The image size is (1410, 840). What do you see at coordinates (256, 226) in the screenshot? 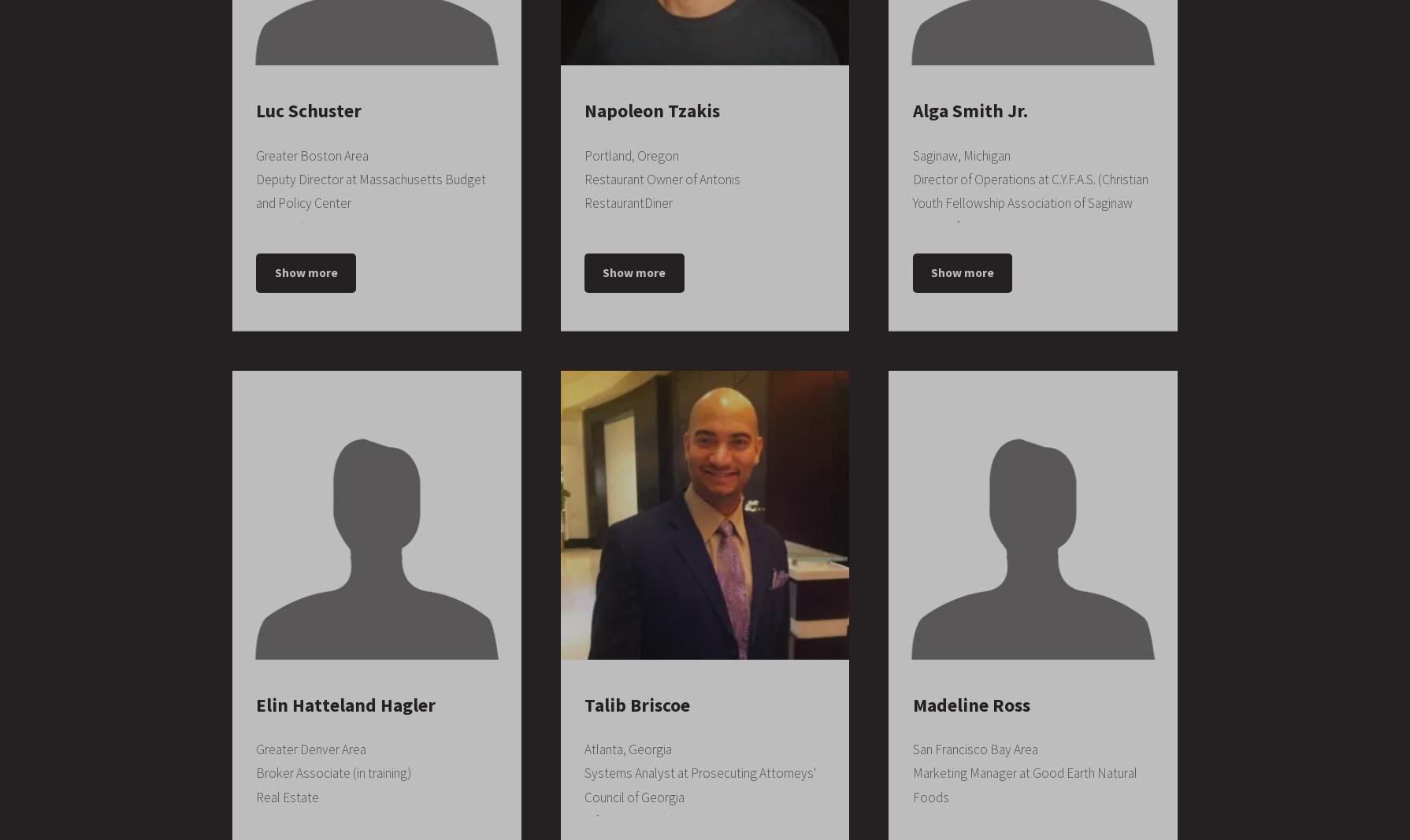
I see `'Research'` at bounding box center [256, 226].